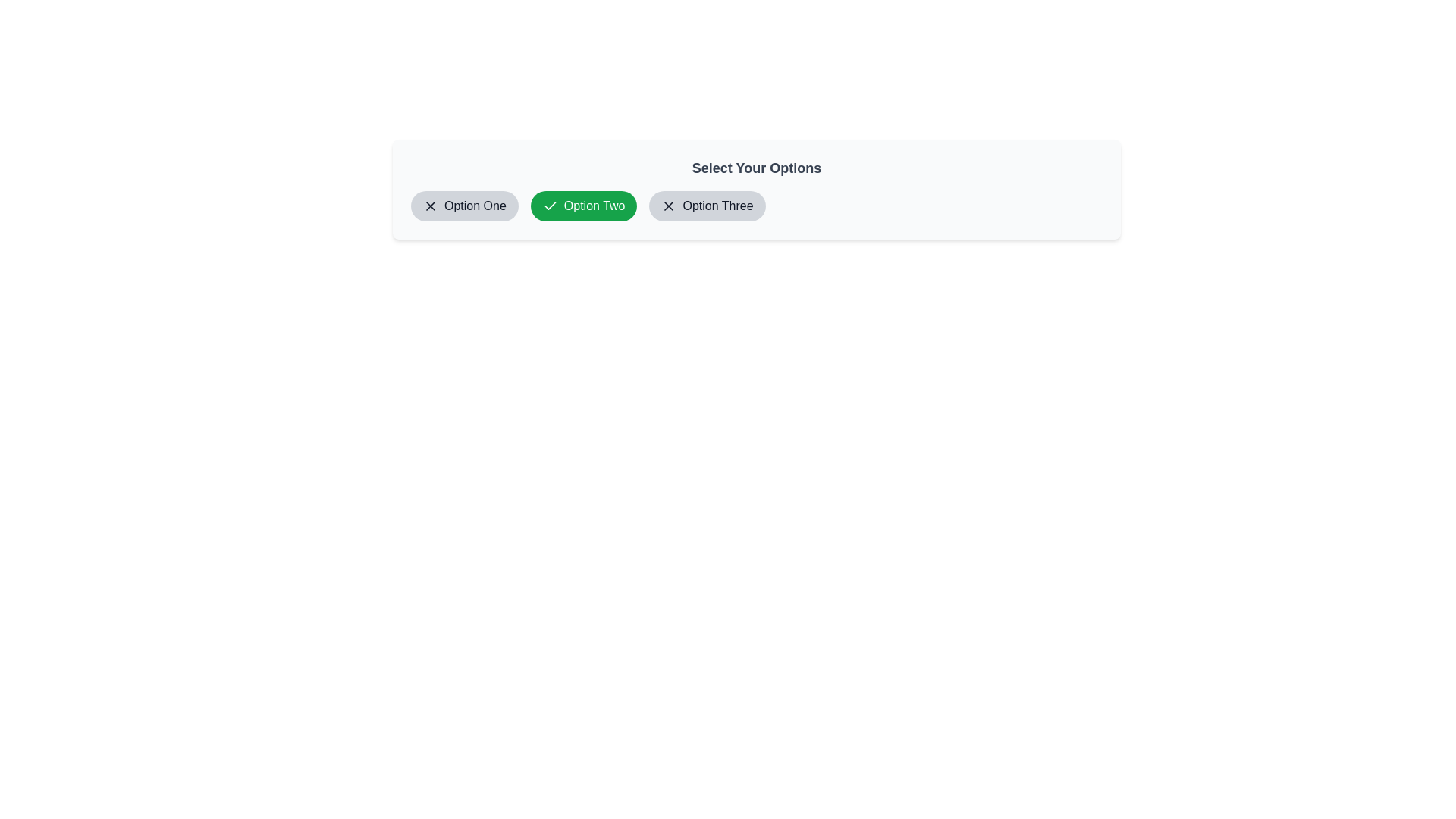  What do you see at coordinates (582, 206) in the screenshot?
I see `the option Option Two by clicking its corresponding button` at bounding box center [582, 206].